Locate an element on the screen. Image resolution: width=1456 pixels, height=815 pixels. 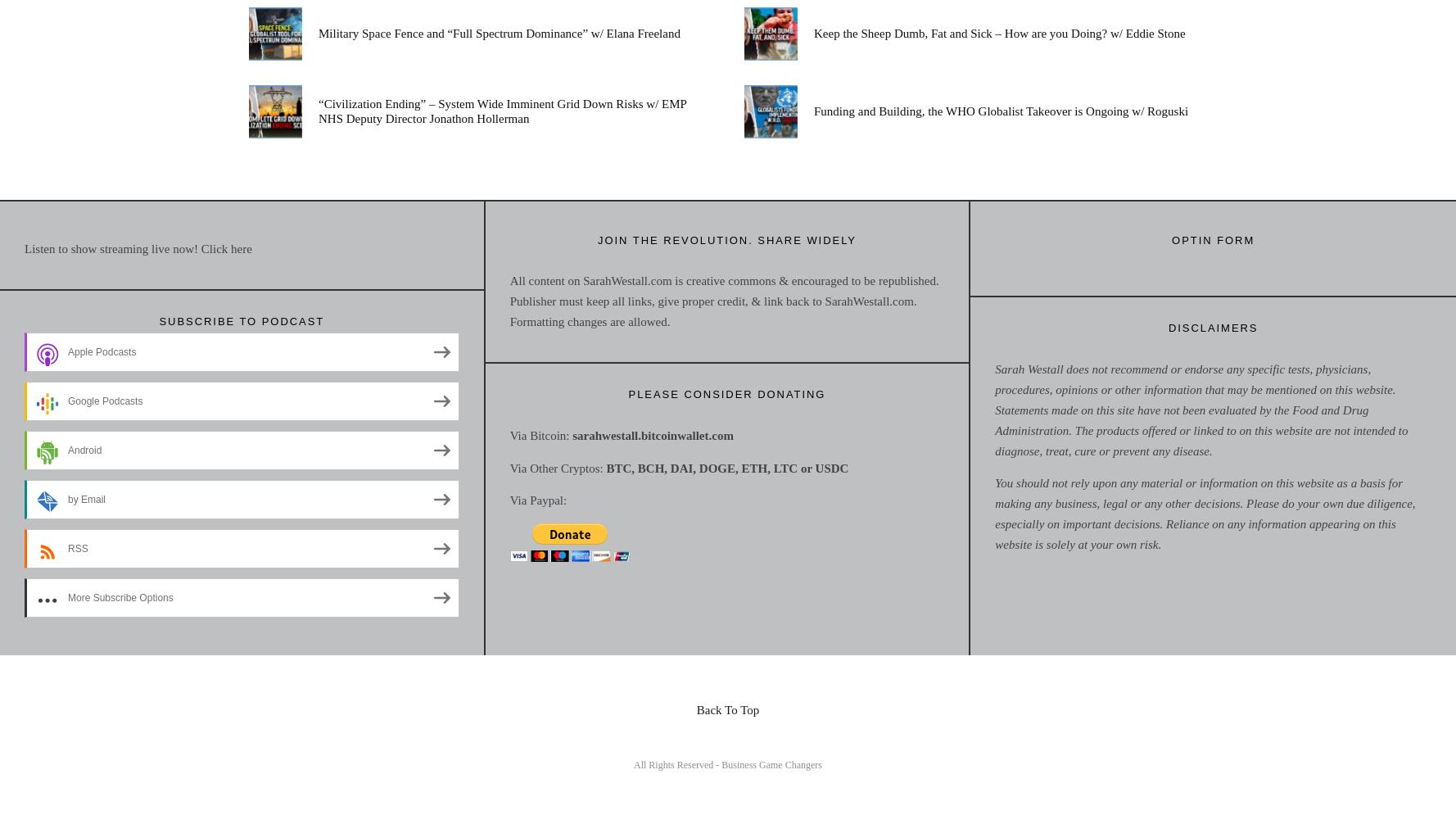
'“Civilization Ending” – System Wide Imminent Grid Down Risks w/ EMP NHS Deputy Director Jonathon Hollerman' is located at coordinates (319, 111).